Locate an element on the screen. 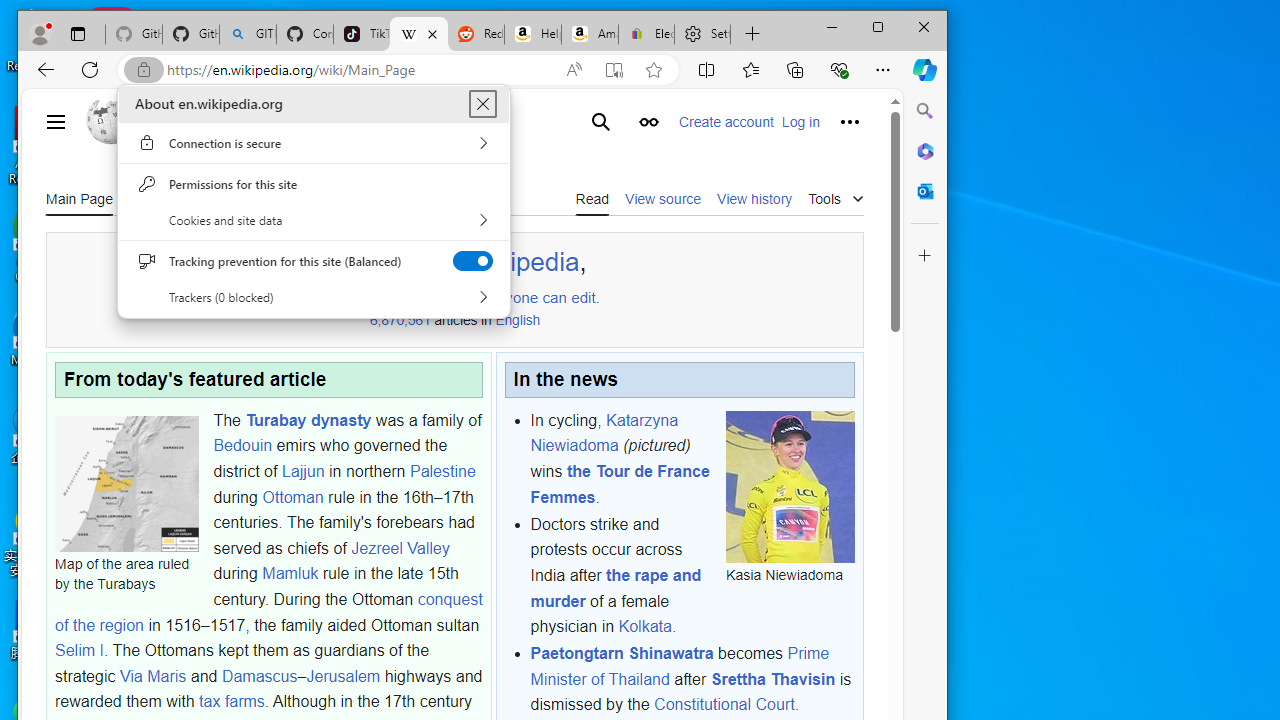  'Damascus' is located at coordinates (258, 675).